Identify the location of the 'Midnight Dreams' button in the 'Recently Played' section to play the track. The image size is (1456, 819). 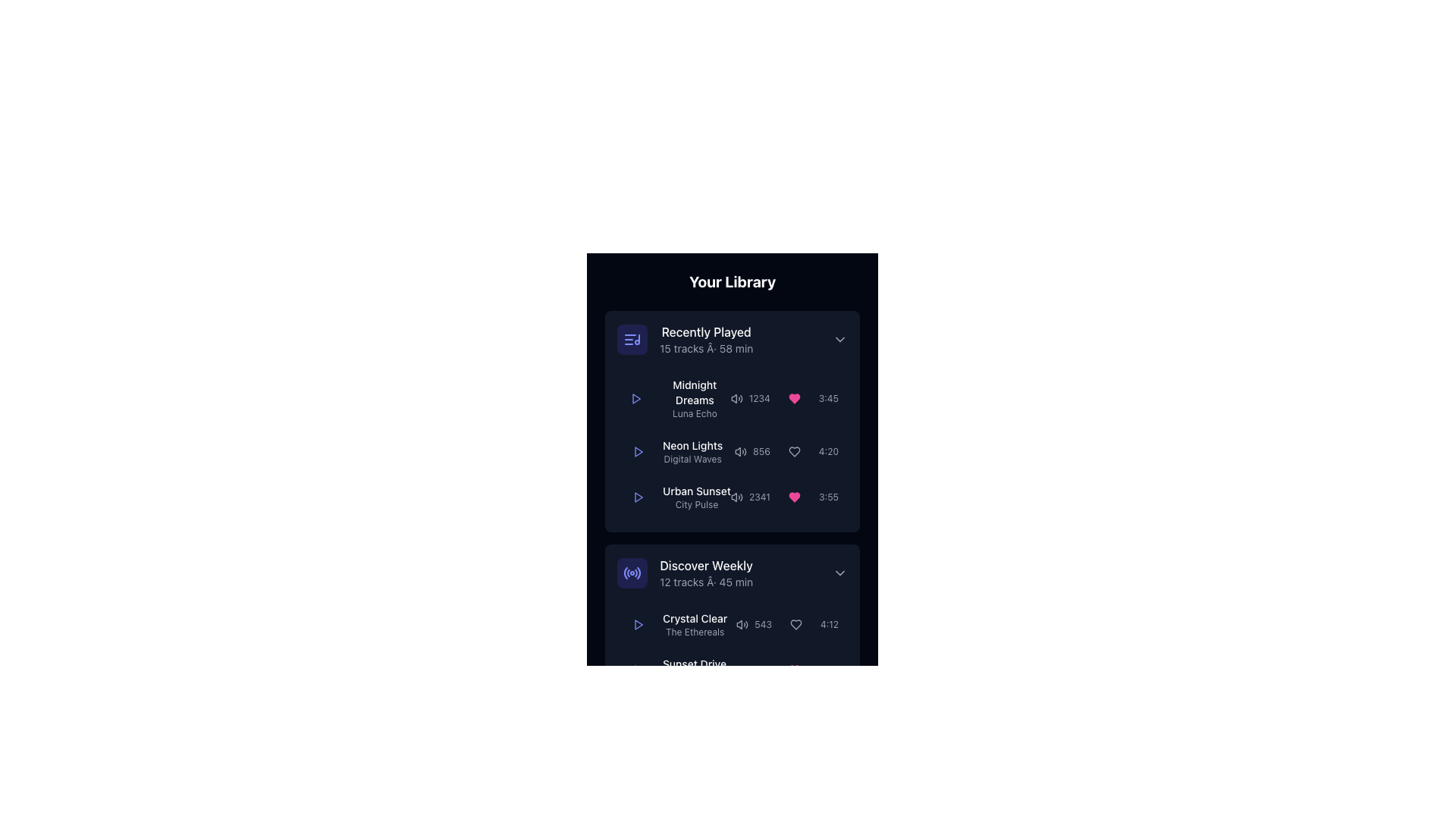
(732, 397).